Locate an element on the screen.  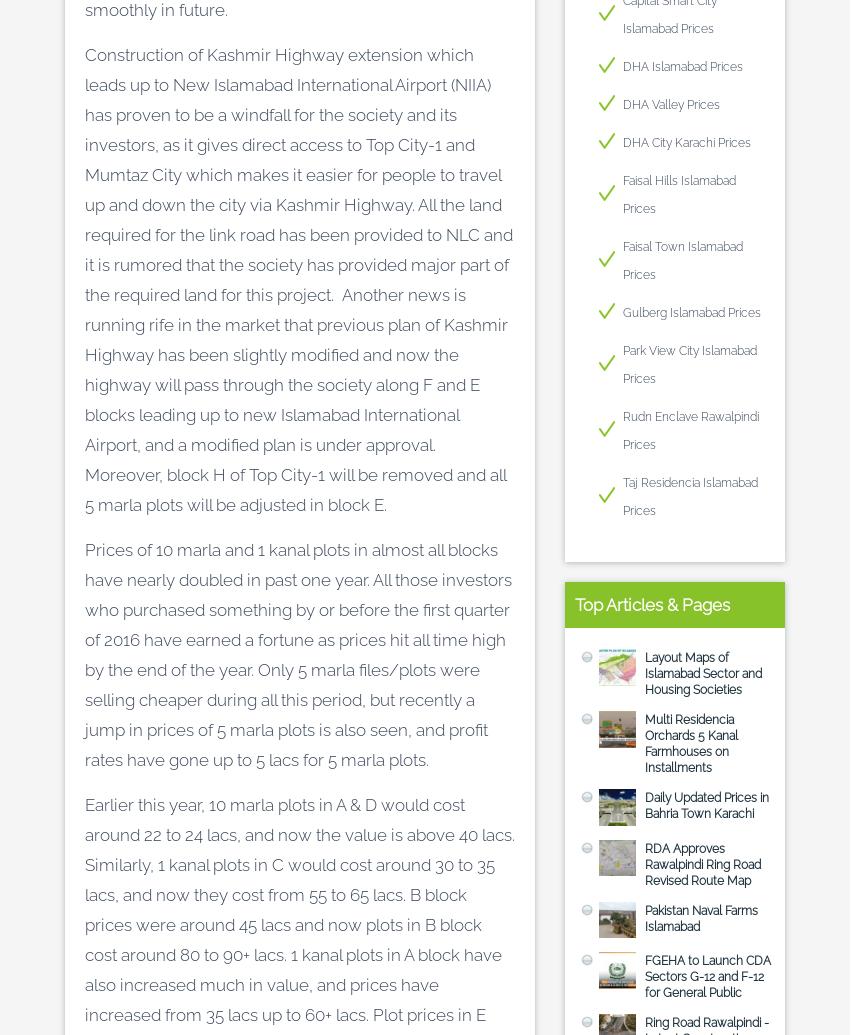
'FGEHA to Launch CDA Sectors G-12 and F-12 for General Public' is located at coordinates (706, 976).